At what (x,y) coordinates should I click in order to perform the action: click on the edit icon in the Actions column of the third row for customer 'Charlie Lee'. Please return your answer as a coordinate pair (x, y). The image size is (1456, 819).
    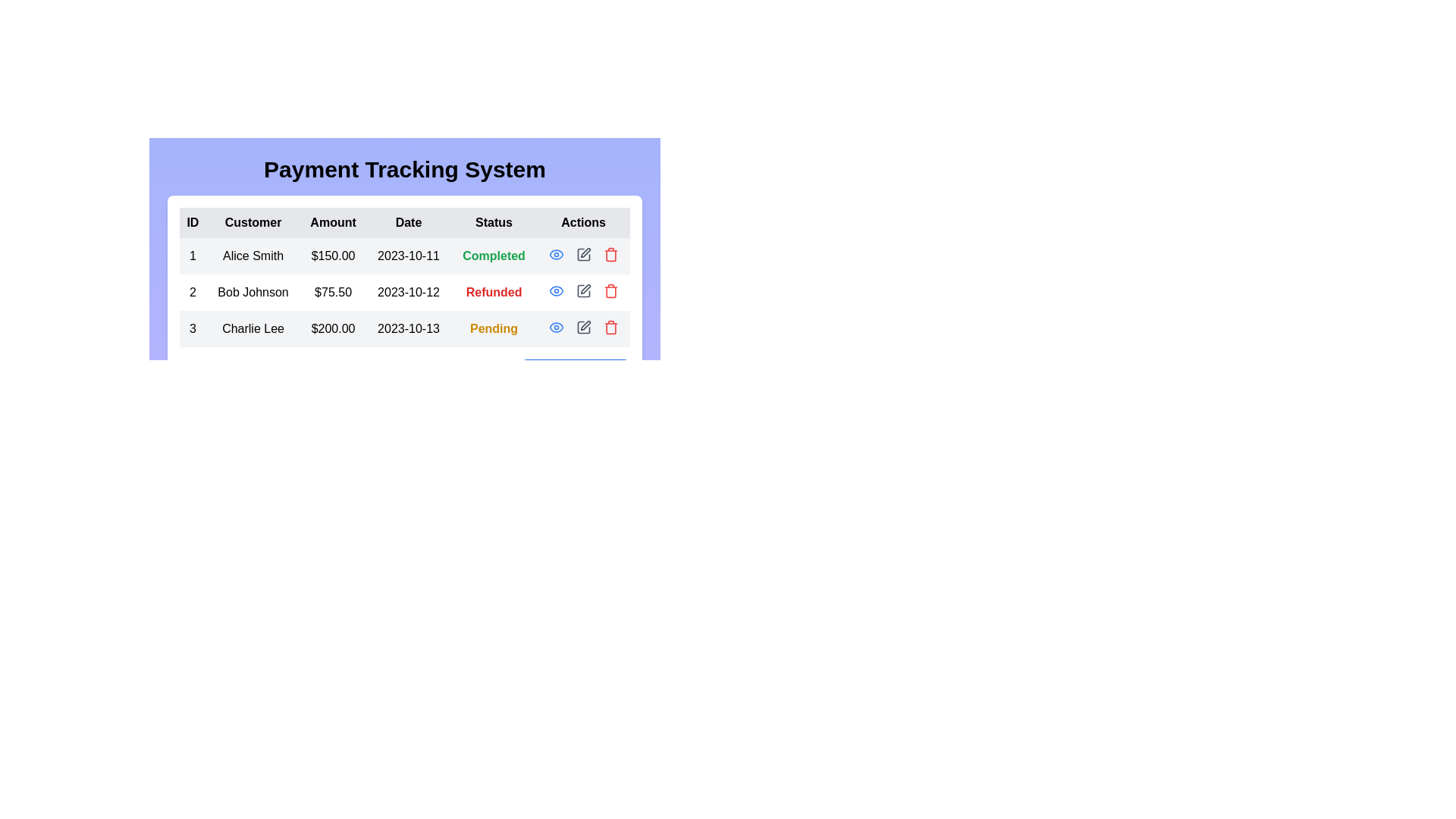
    Looking at the image, I should click on (585, 325).